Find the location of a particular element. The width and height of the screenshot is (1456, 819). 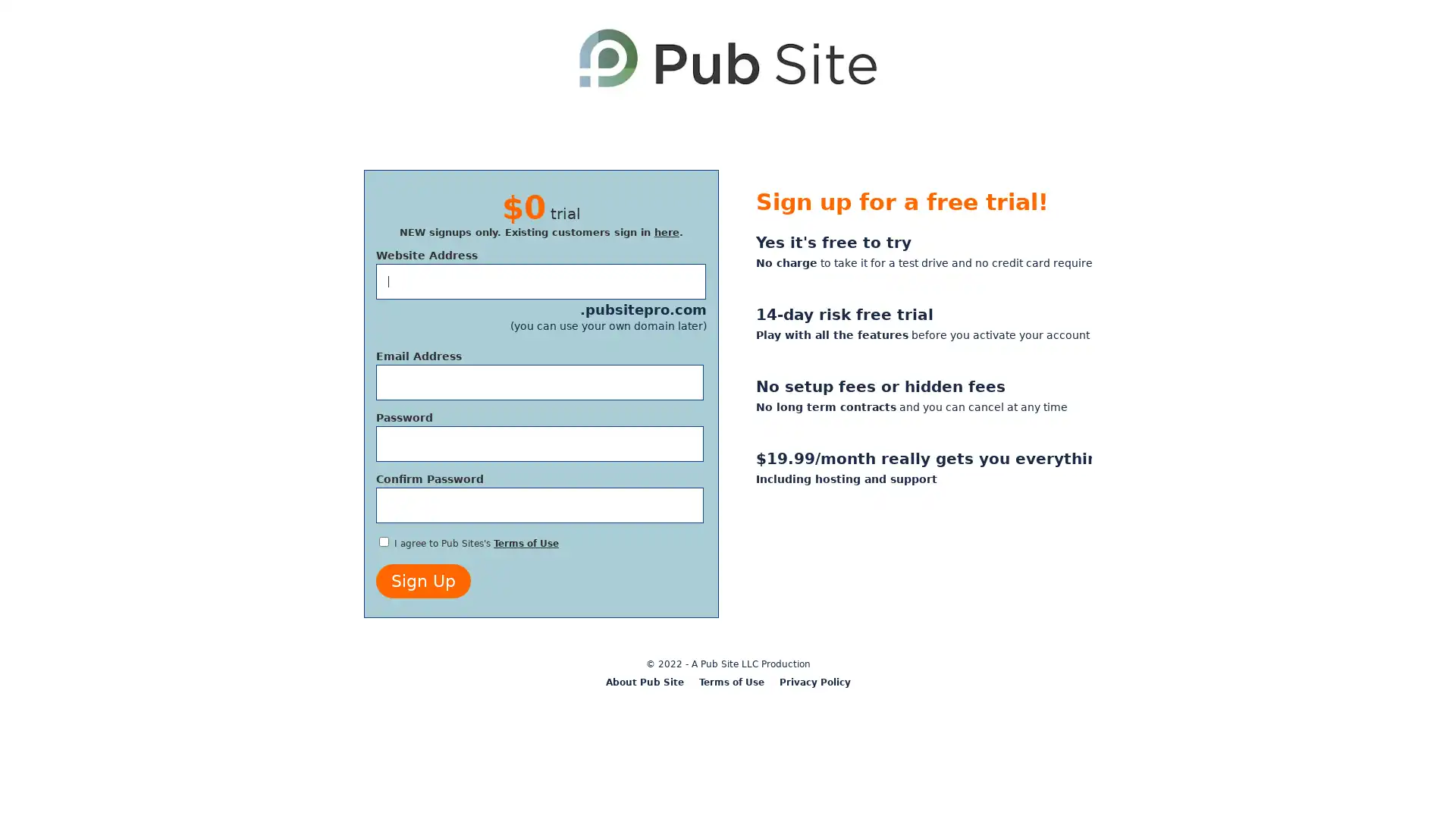

Sign Up is located at coordinates (423, 580).